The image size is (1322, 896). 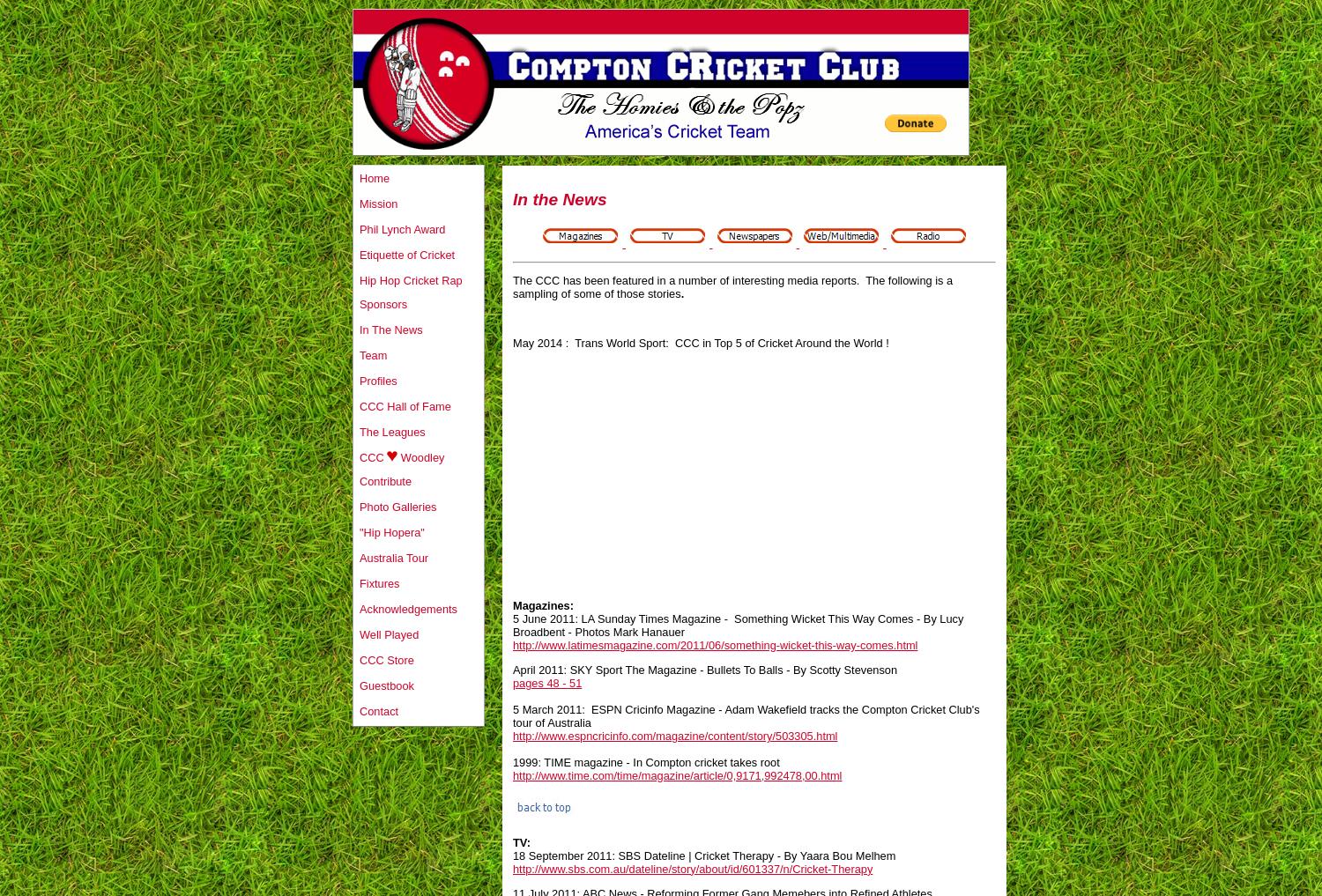 What do you see at coordinates (559, 198) in the screenshot?
I see `'In the News'` at bounding box center [559, 198].